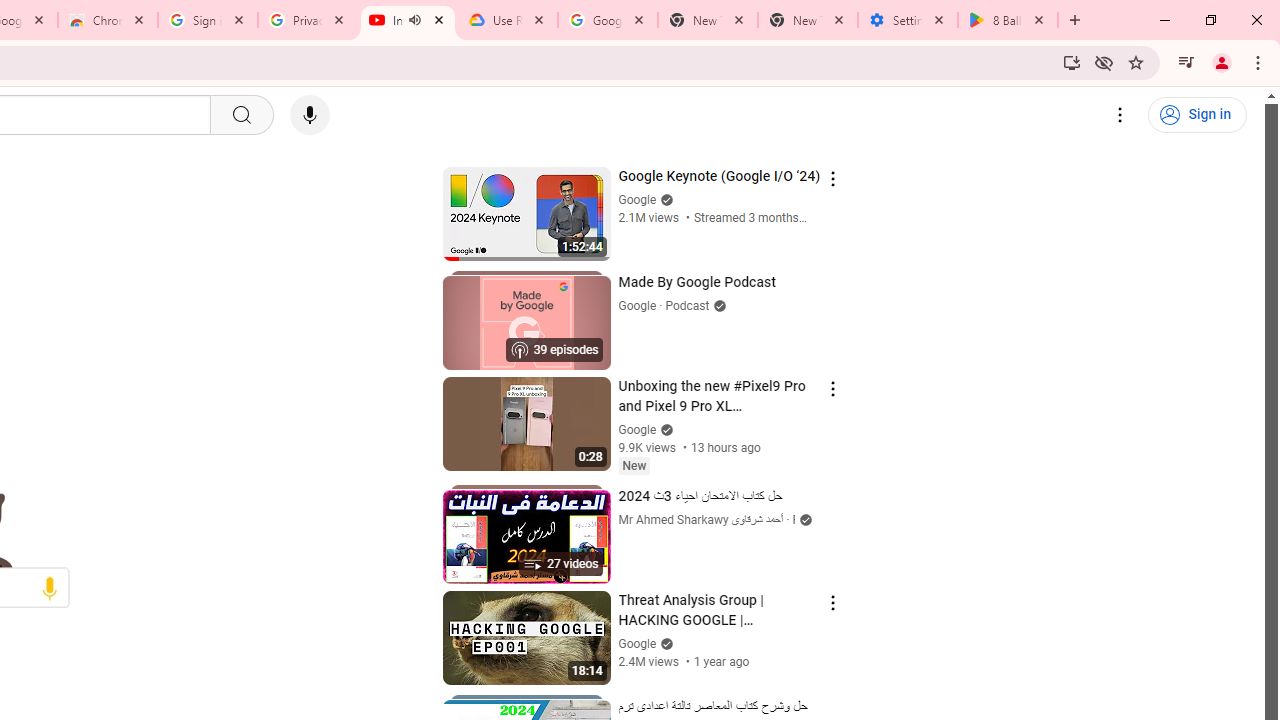 The width and height of the screenshot is (1280, 720). Describe the element at coordinates (906, 20) in the screenshot. I see `'Settings - System'` at that location.